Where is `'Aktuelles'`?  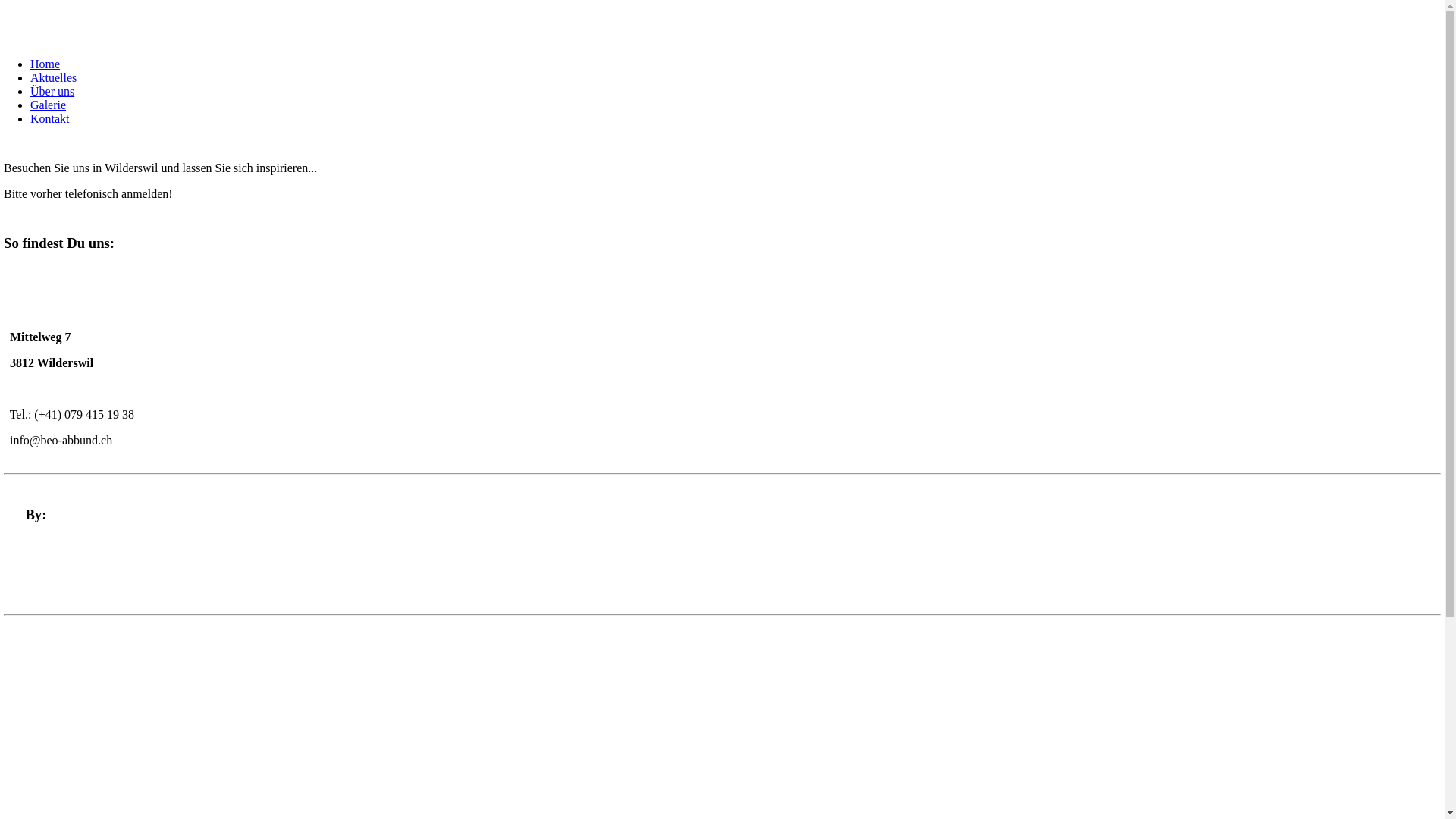
'Aktuelles' is located at coordinates (53, 77).